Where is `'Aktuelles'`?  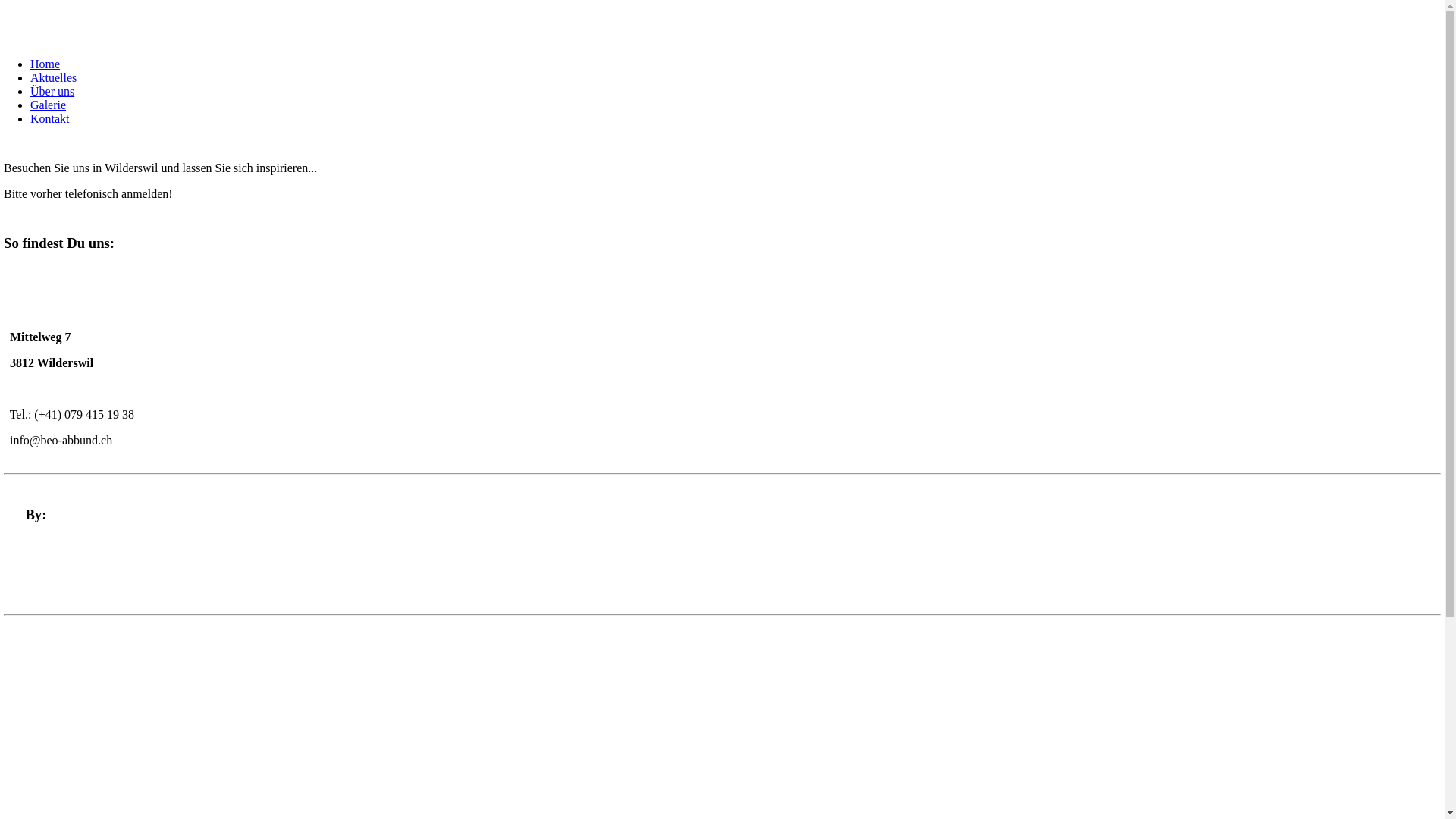
'Aktuelles' is located at coordinates (53, 77).